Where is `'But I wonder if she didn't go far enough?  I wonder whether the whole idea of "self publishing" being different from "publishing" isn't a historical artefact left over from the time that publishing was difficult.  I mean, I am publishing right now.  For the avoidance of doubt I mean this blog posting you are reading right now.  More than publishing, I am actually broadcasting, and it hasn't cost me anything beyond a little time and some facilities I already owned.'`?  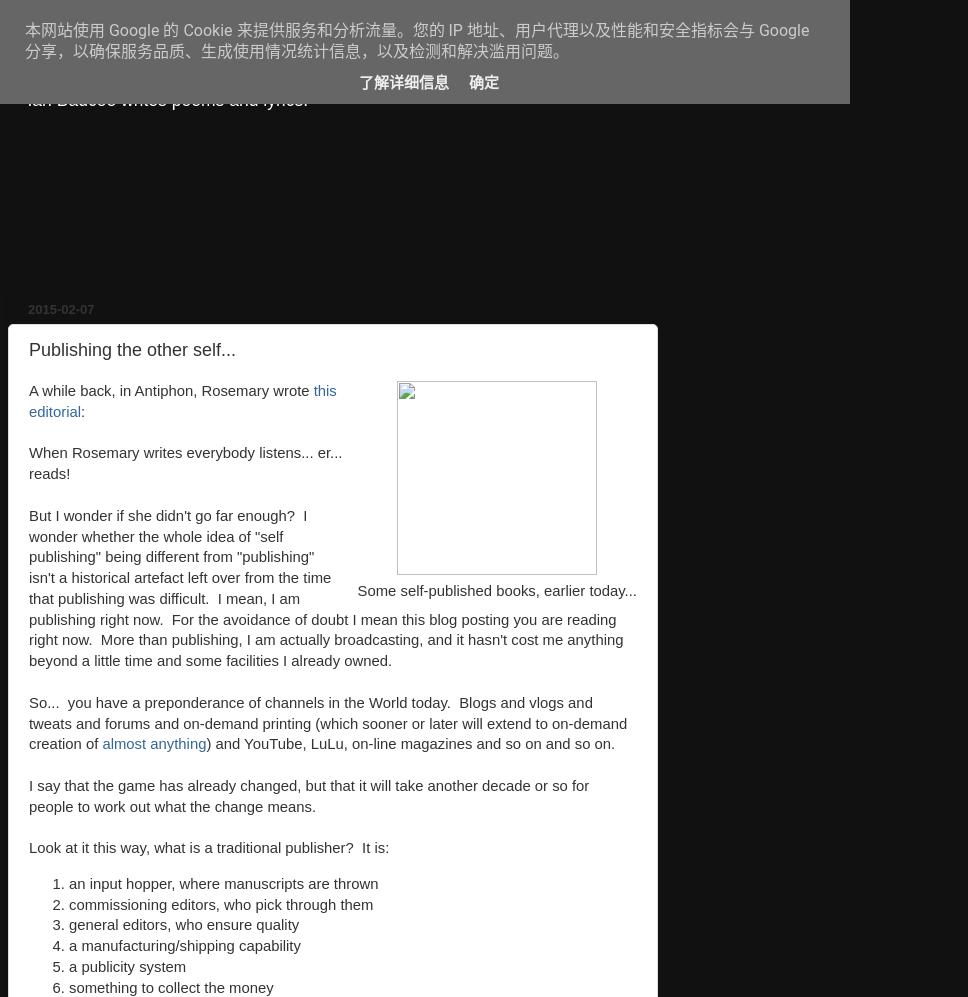
'But I wonder if she didn't go far enough?  I wonder whether the whole idea of "self publishing" being different from "publishing" isn't a historical artefact left over from the time that publishing was difficult.  I mean, I am publishing right now.  For the avoidance of doubt I mean this blog posting you are reading right now.  More than publishing, I am actually broadcasting, and it hasn't cost me anything beyond a little time and some facilities I already owned.' is located at coordinates (29, 588).